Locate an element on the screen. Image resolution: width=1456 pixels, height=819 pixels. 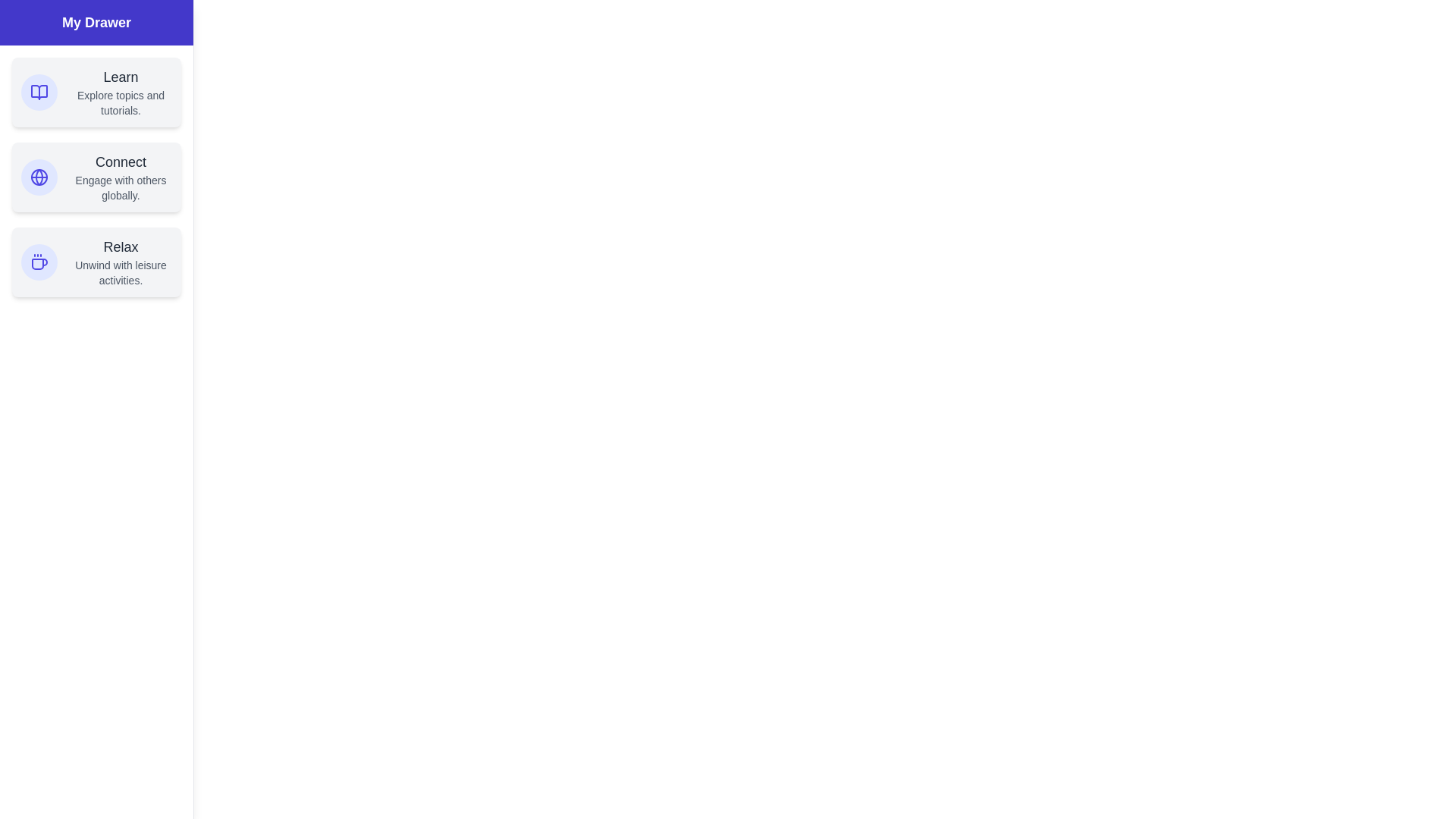
the section Learn in the drawer is located at coordinates (96, 93).